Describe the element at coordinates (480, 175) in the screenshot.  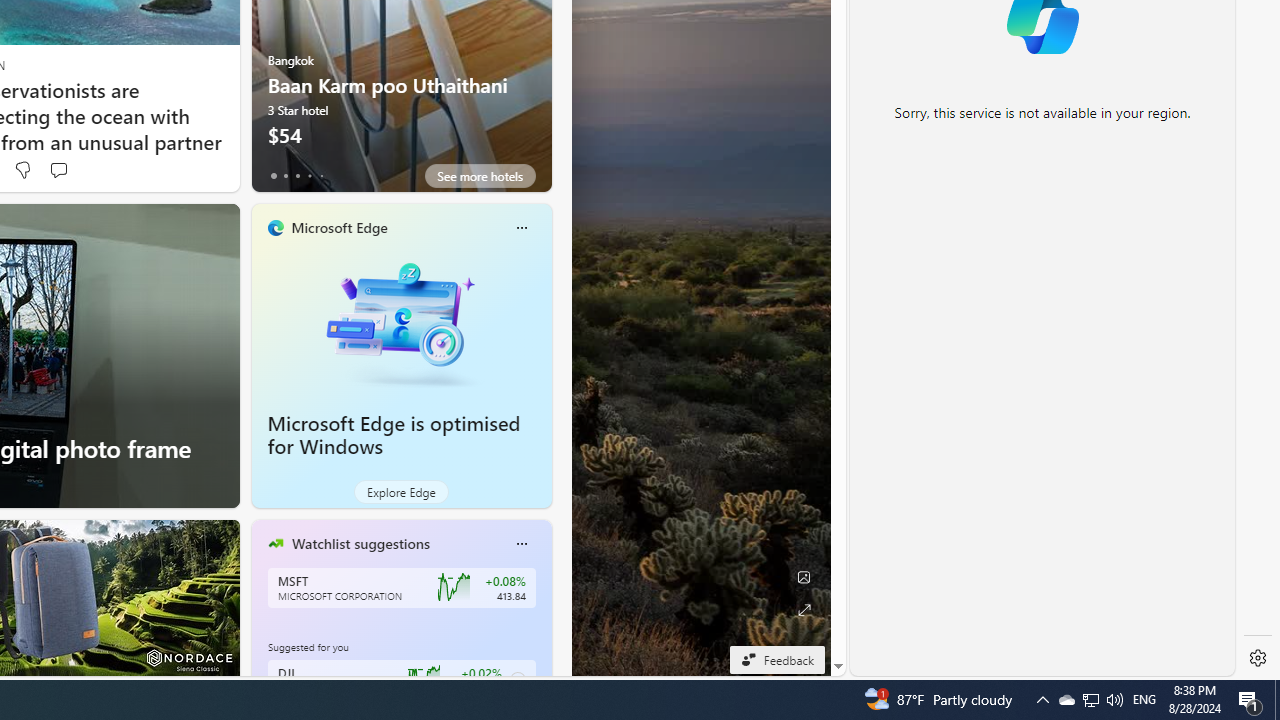
I see `'See more hotels'` at that location.